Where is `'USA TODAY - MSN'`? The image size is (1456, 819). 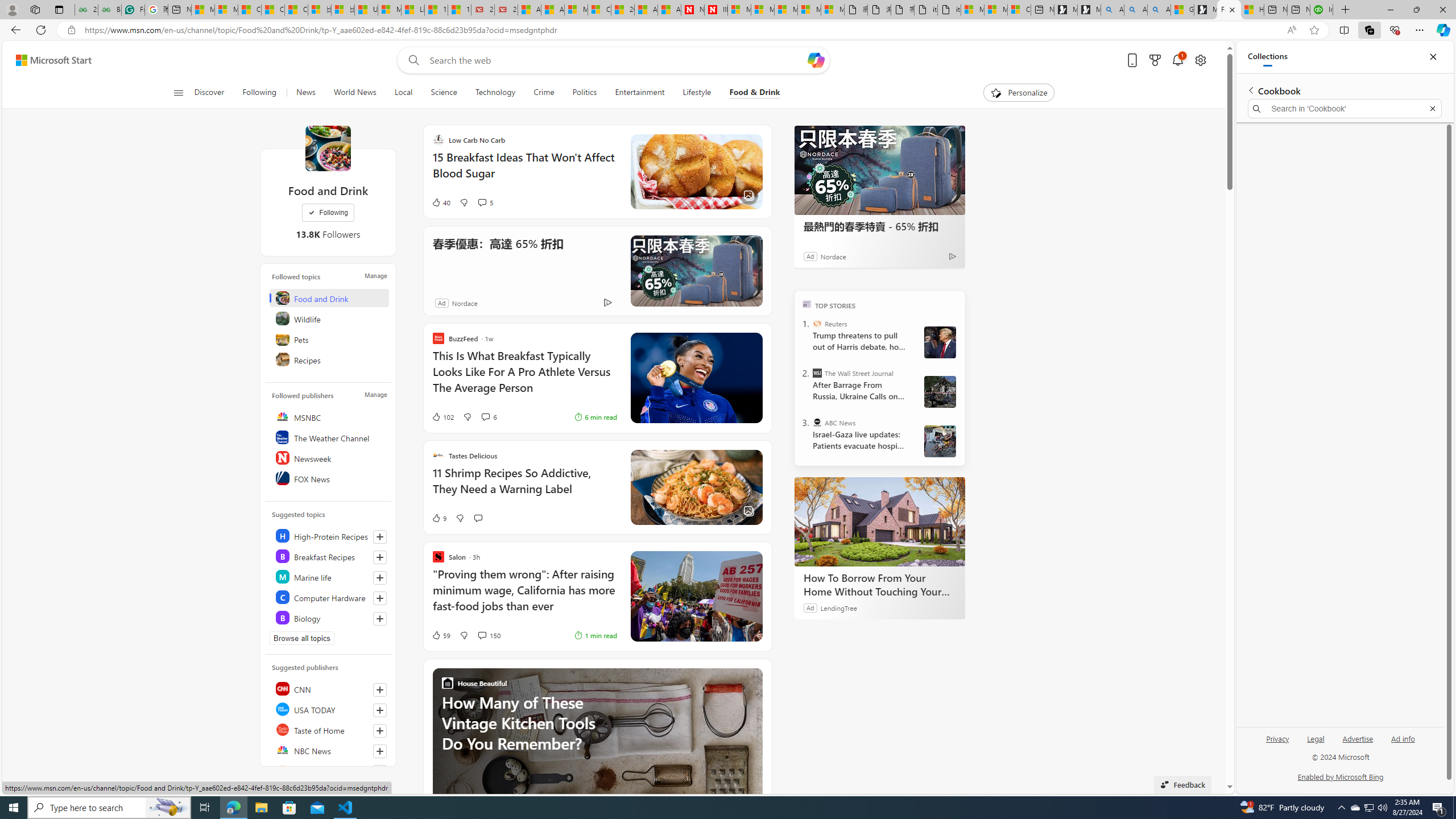 'USA TODAY - MSN' is located at coordinates (366, 9).